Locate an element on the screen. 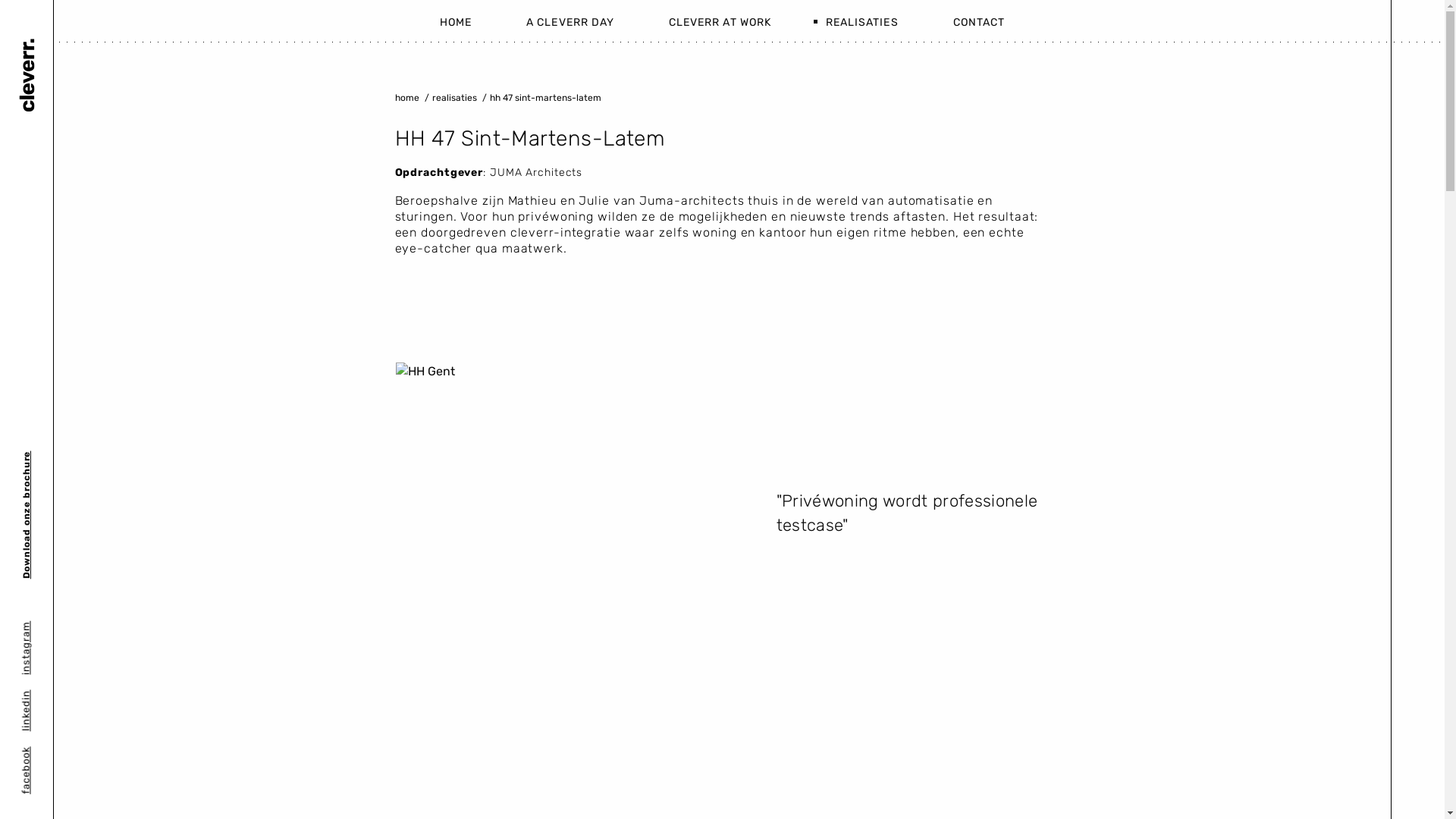  'home' is located at coordinates (406, 97).